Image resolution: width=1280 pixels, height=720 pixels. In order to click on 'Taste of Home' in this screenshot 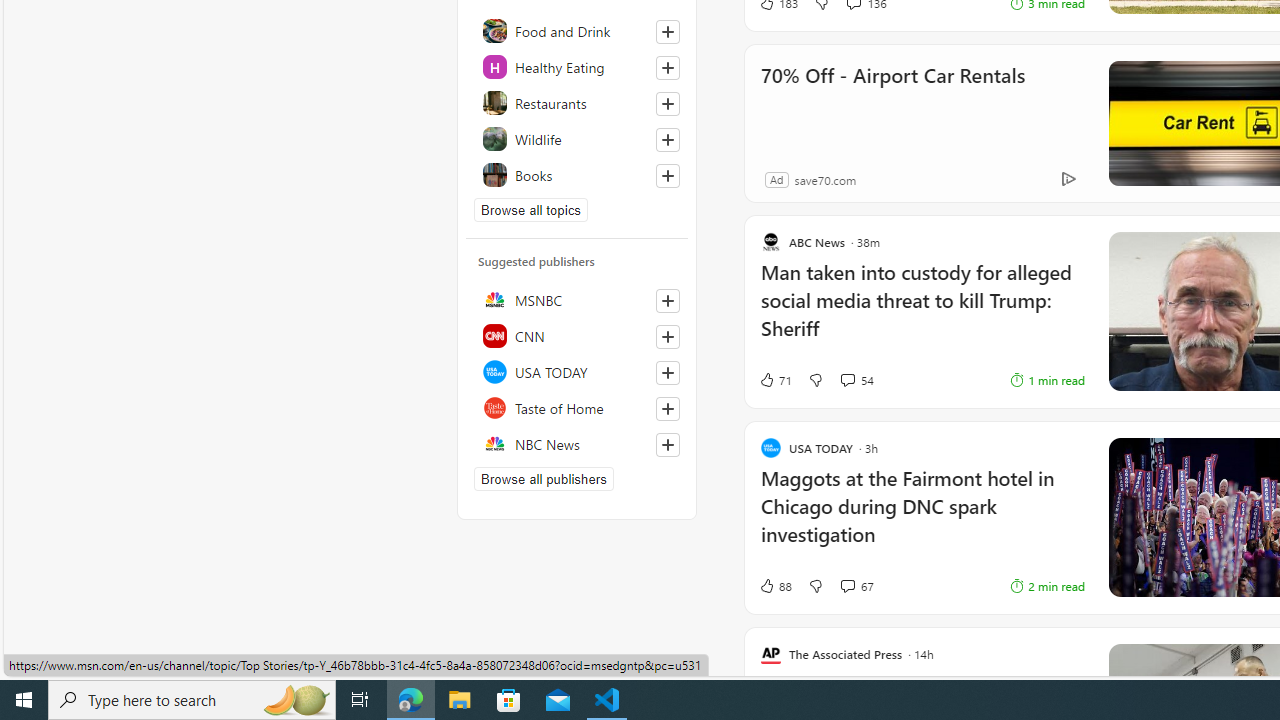, I will do `click(576, 406)`.